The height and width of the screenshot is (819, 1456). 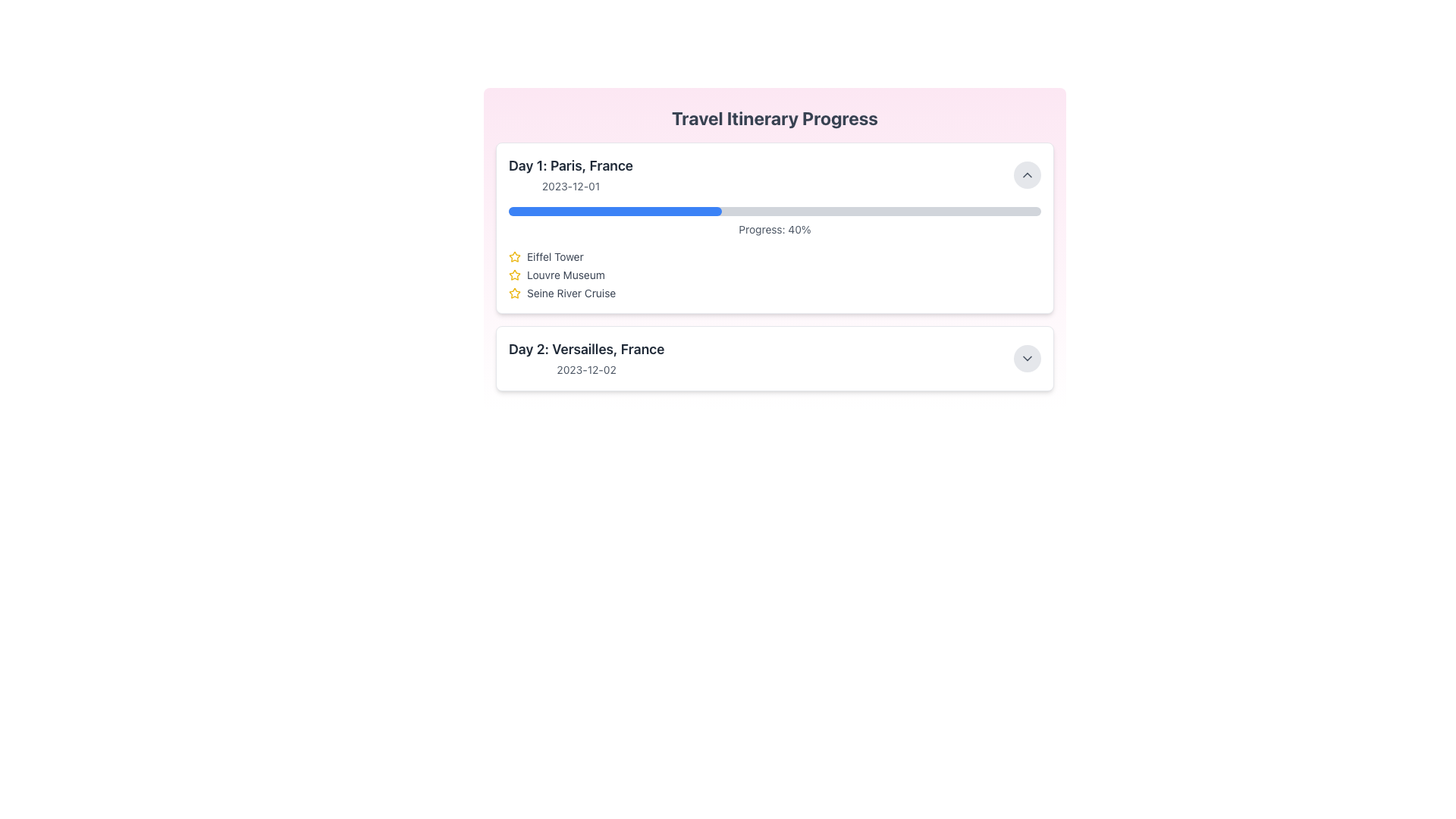 What do you see at coordinates (1027, 359) in the screenshot?
I see `the chevron-down icon within the circular button located at the bottom-right edge of the 'Day 2: Versailles, France' card` at bounding box center [1027, 359].